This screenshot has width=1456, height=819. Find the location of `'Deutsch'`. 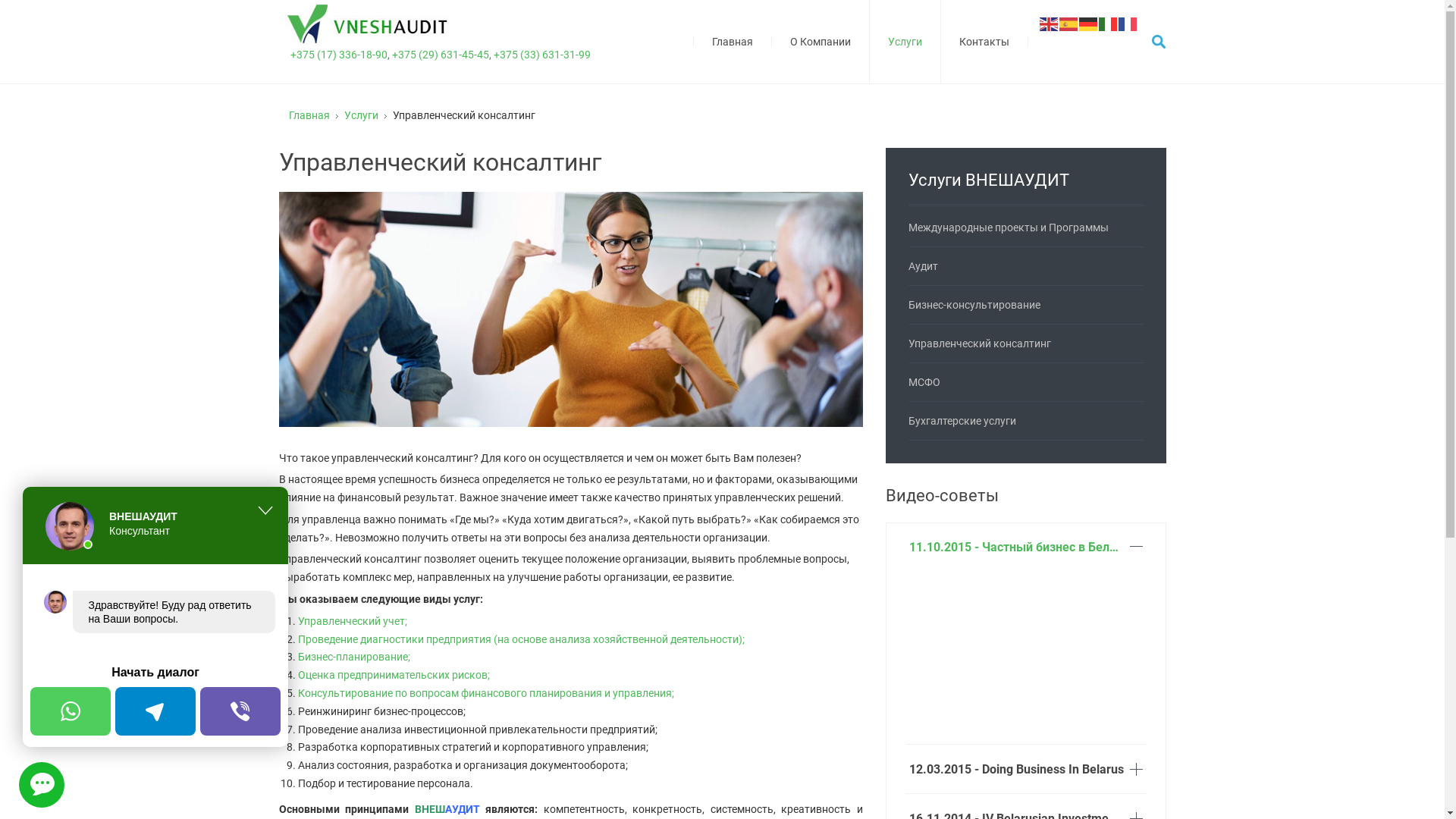

'Deutsch' is located at coordinates (1087, 23).